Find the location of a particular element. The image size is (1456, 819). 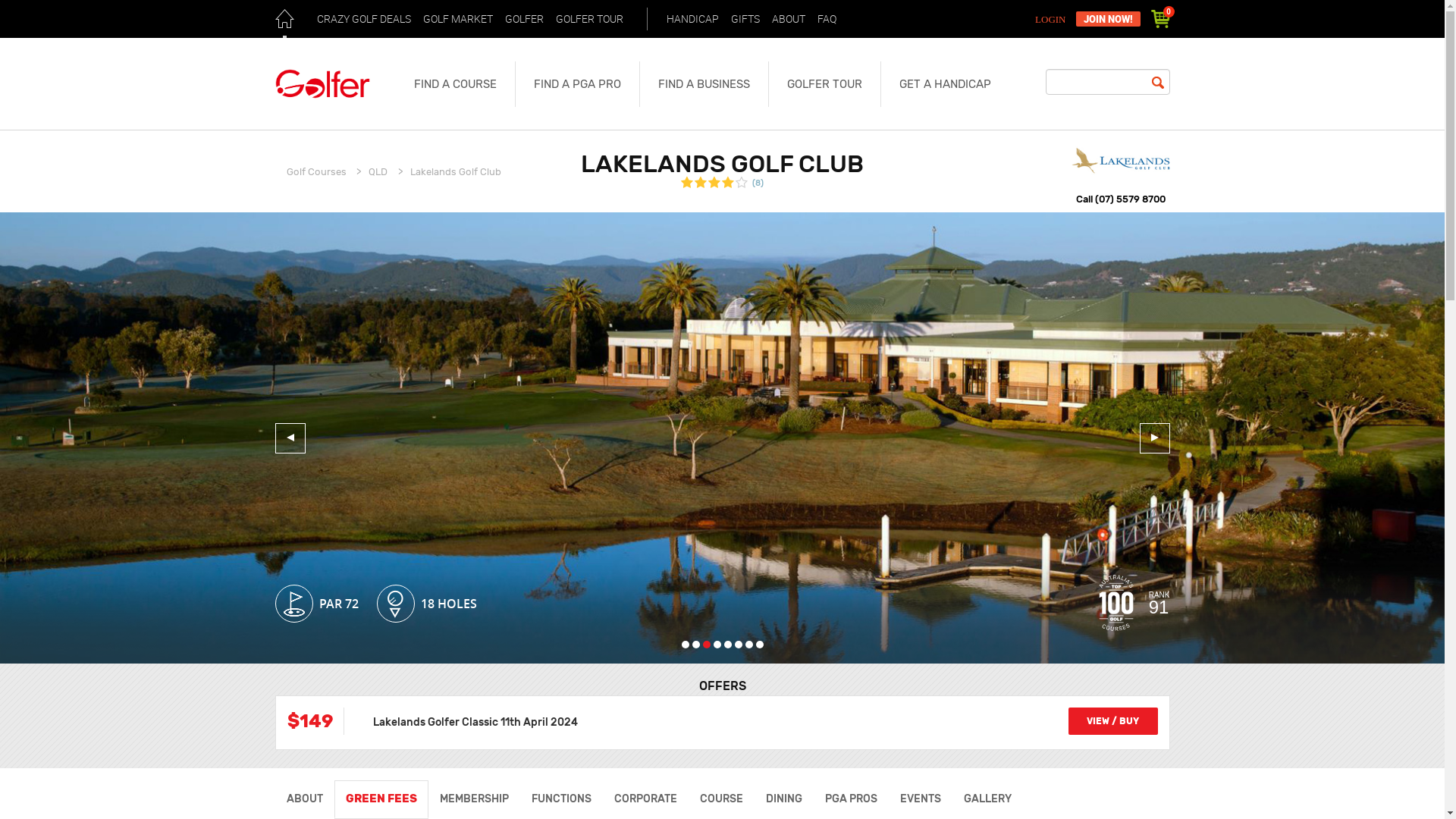

'GIFTS' is located at coordinates (745, 18).